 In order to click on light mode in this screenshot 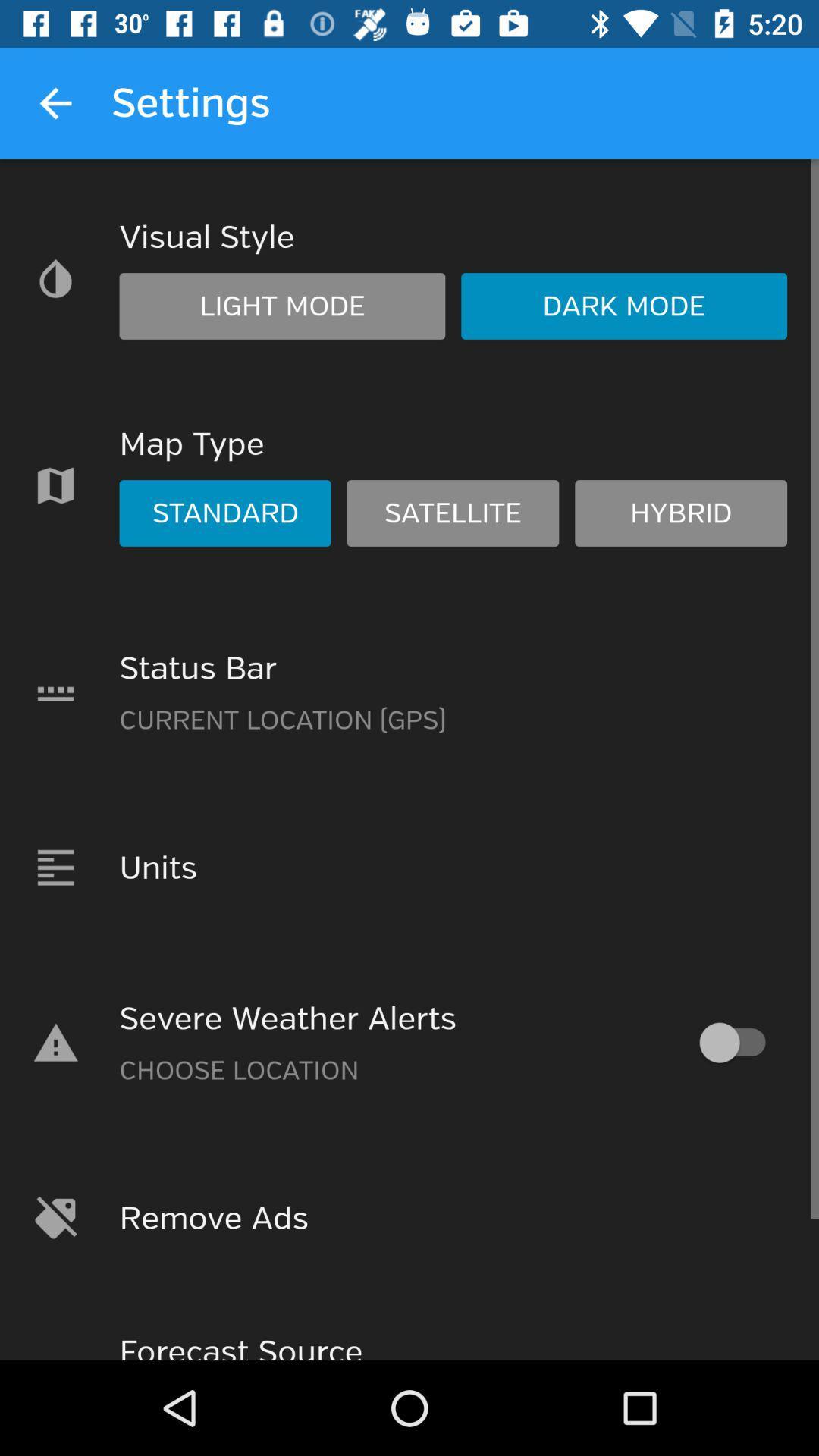, I will do `click(282, 305)`.